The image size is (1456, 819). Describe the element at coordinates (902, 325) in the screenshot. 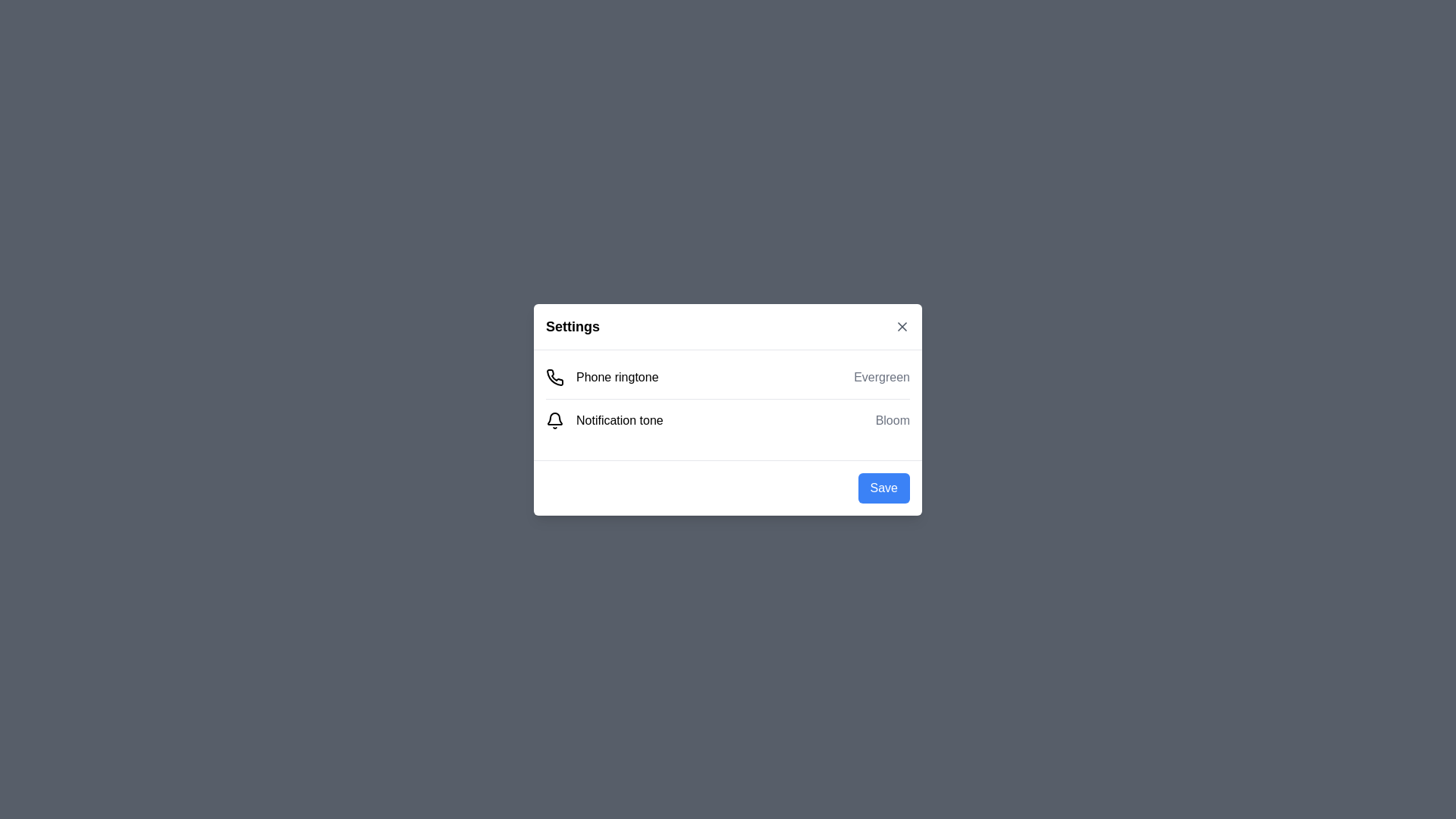

I see `the small 'X' icon in the upper-right corner of the 'Settings' modal` at that location.